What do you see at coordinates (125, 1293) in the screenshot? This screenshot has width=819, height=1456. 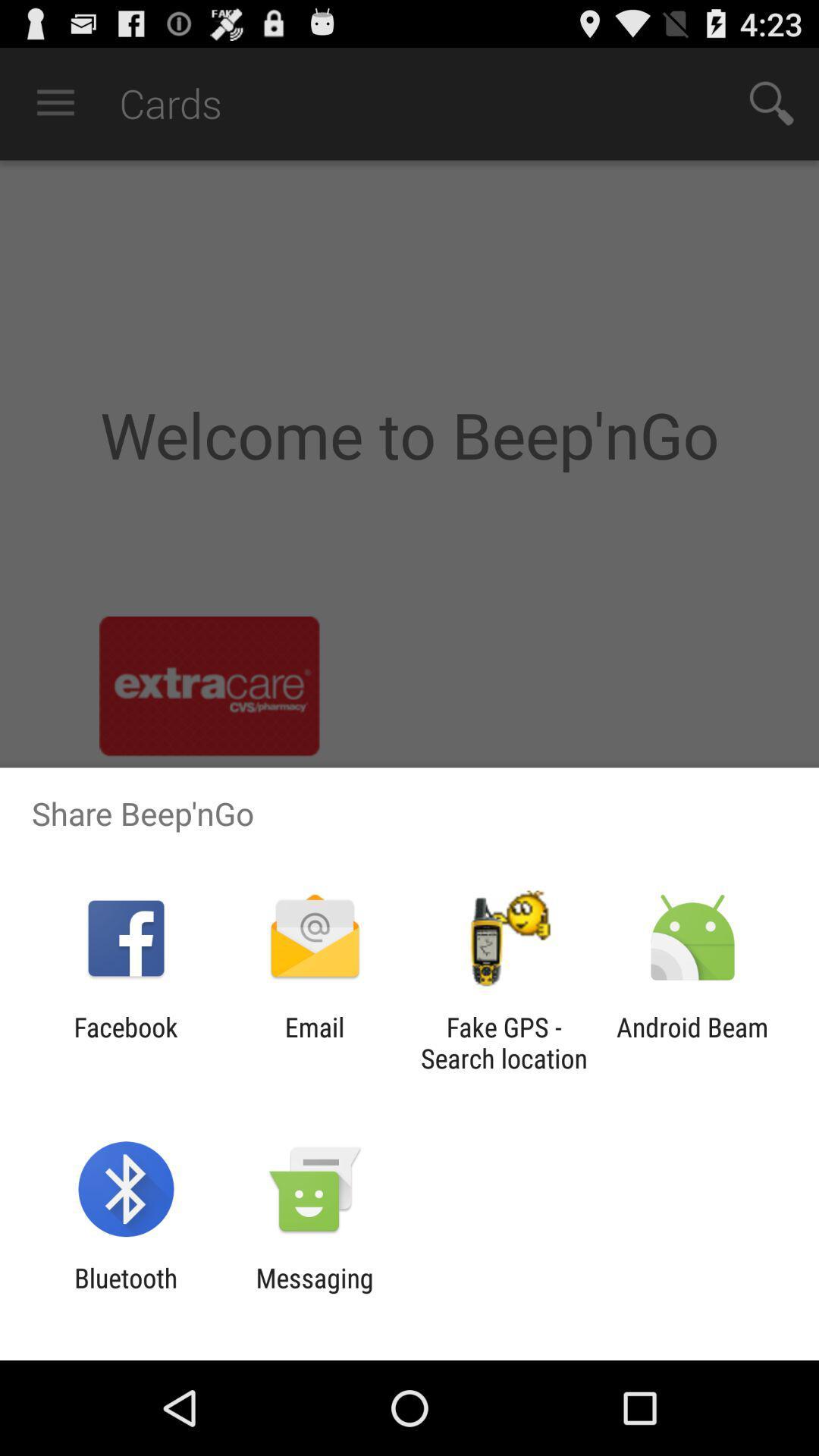 I see `the bluetooth` at bounding box center [125, 1293].